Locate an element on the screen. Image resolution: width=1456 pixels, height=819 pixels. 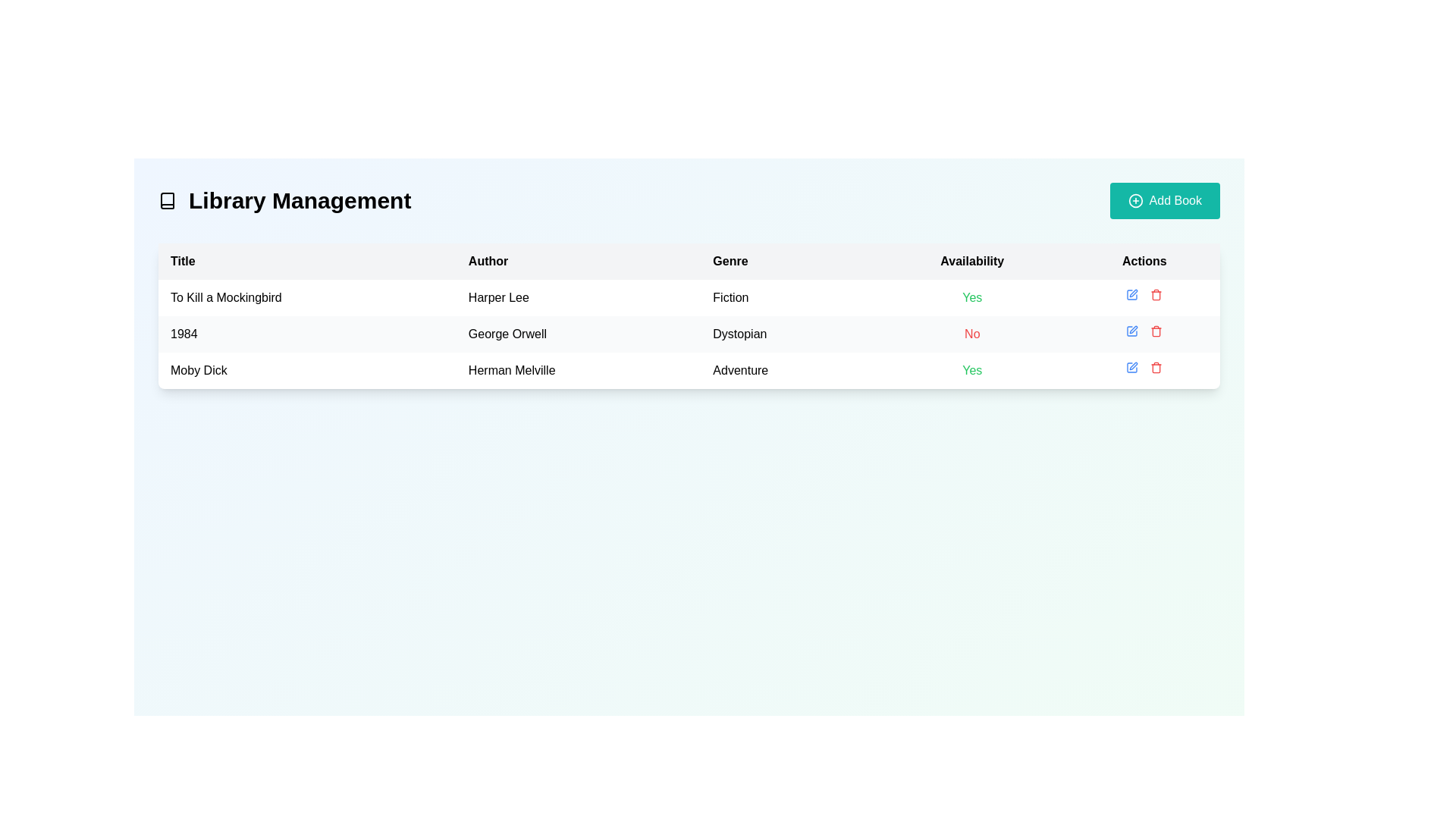
the red trash can icon button located in the 'Actions' column, third row for the book 'Moby Dick' is located at coordinates (1156, 295).